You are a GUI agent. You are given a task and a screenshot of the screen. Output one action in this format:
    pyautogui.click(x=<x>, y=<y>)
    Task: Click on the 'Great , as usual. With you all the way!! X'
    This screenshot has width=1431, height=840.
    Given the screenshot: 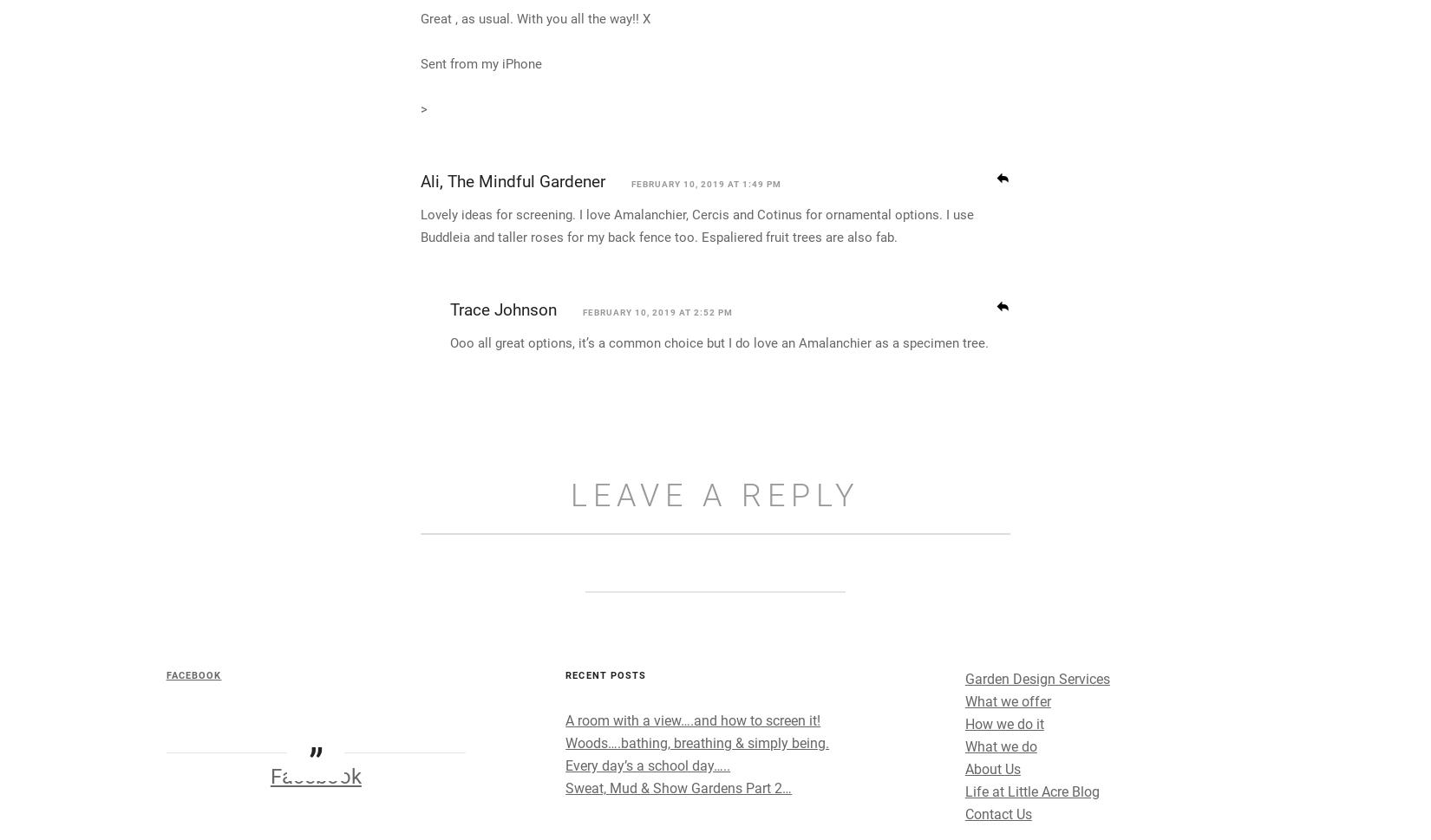 What is the action you would take?
    pyautogui.click(x=419, y=175)
    